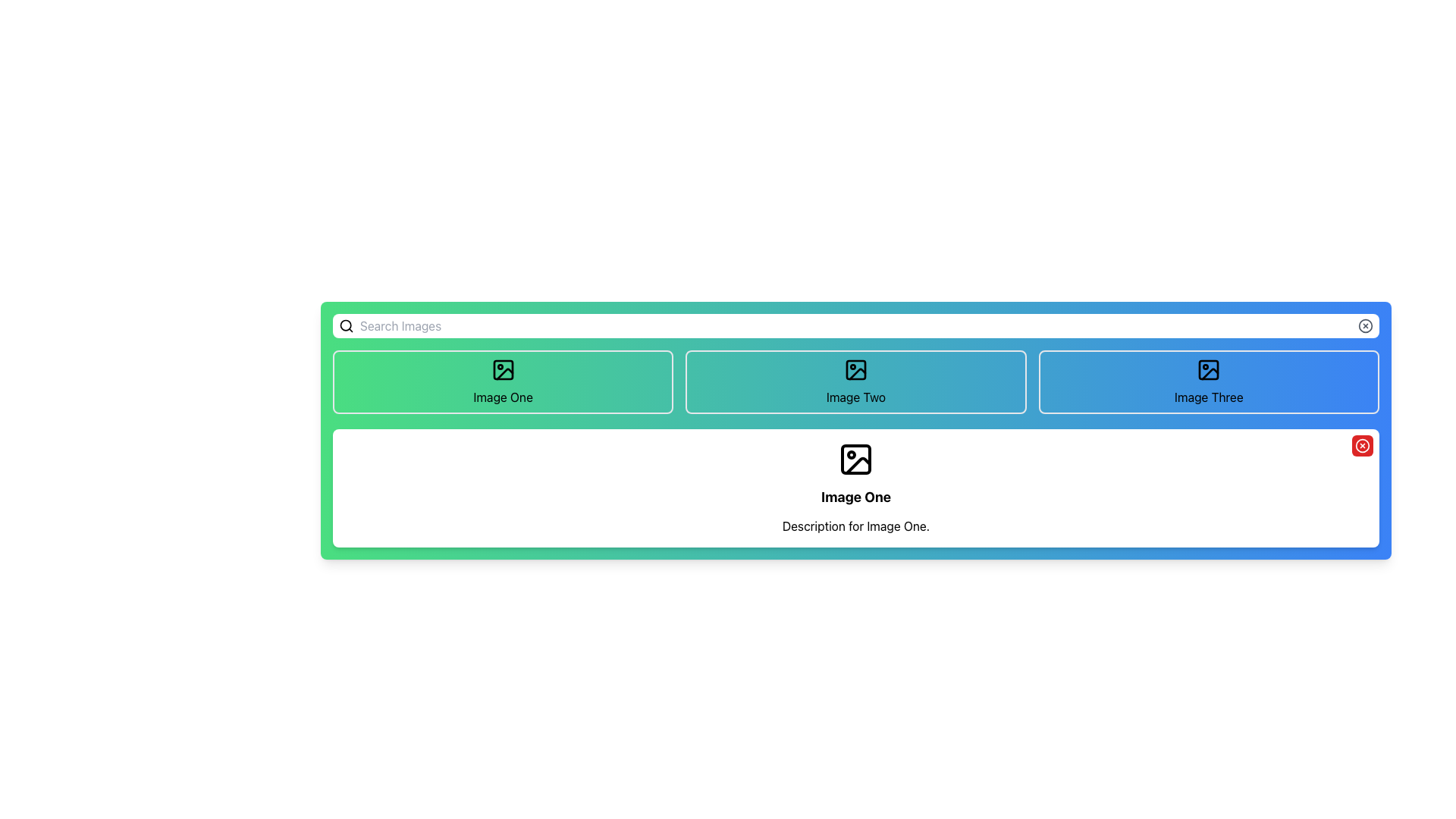 Image resolution: width=1456 pixels, height=819 pixels. What do you see at coordinates (503, 370) in the screenshot?
I see `the first icon placeholder for images located at the center of the first section labeled 'Image One', which is the leftmost icon in a trio of cards contained within a green card` at bounding box center [503, 370].